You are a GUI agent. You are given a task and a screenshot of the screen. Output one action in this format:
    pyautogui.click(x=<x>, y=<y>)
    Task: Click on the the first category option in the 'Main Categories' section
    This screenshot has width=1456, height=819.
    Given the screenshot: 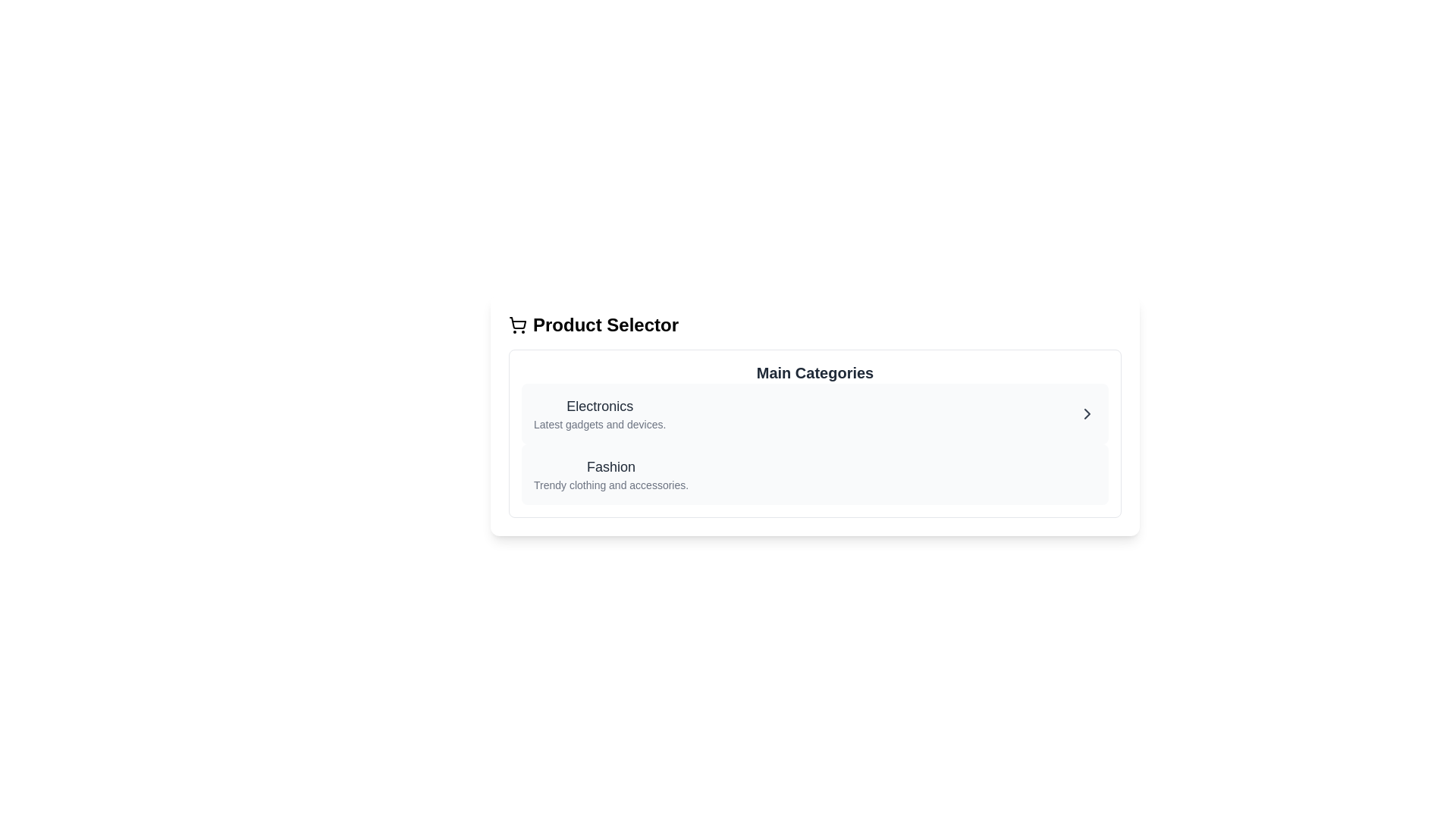 What is the action you would take?
    pyautogui.click(x=599, y=414)
    